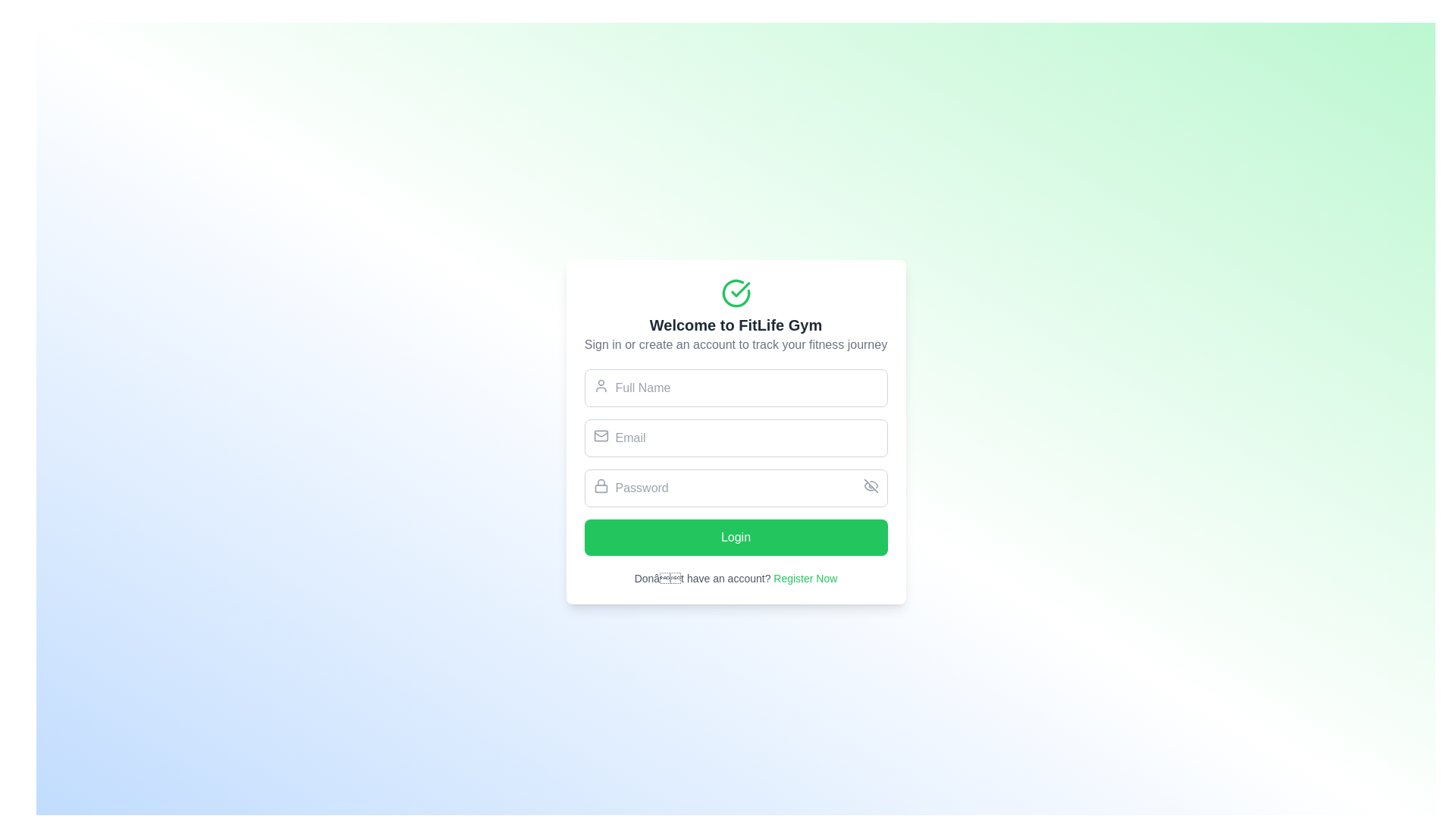 This screenshot has width=1456, height=819. What do you see at coordinates (736, 293) in the screenshot?
I see `the positive status icon located at the center-top of the card, directly above the bold text 'Welcome to FitLife Gym'` at bounding box center [736, 293].